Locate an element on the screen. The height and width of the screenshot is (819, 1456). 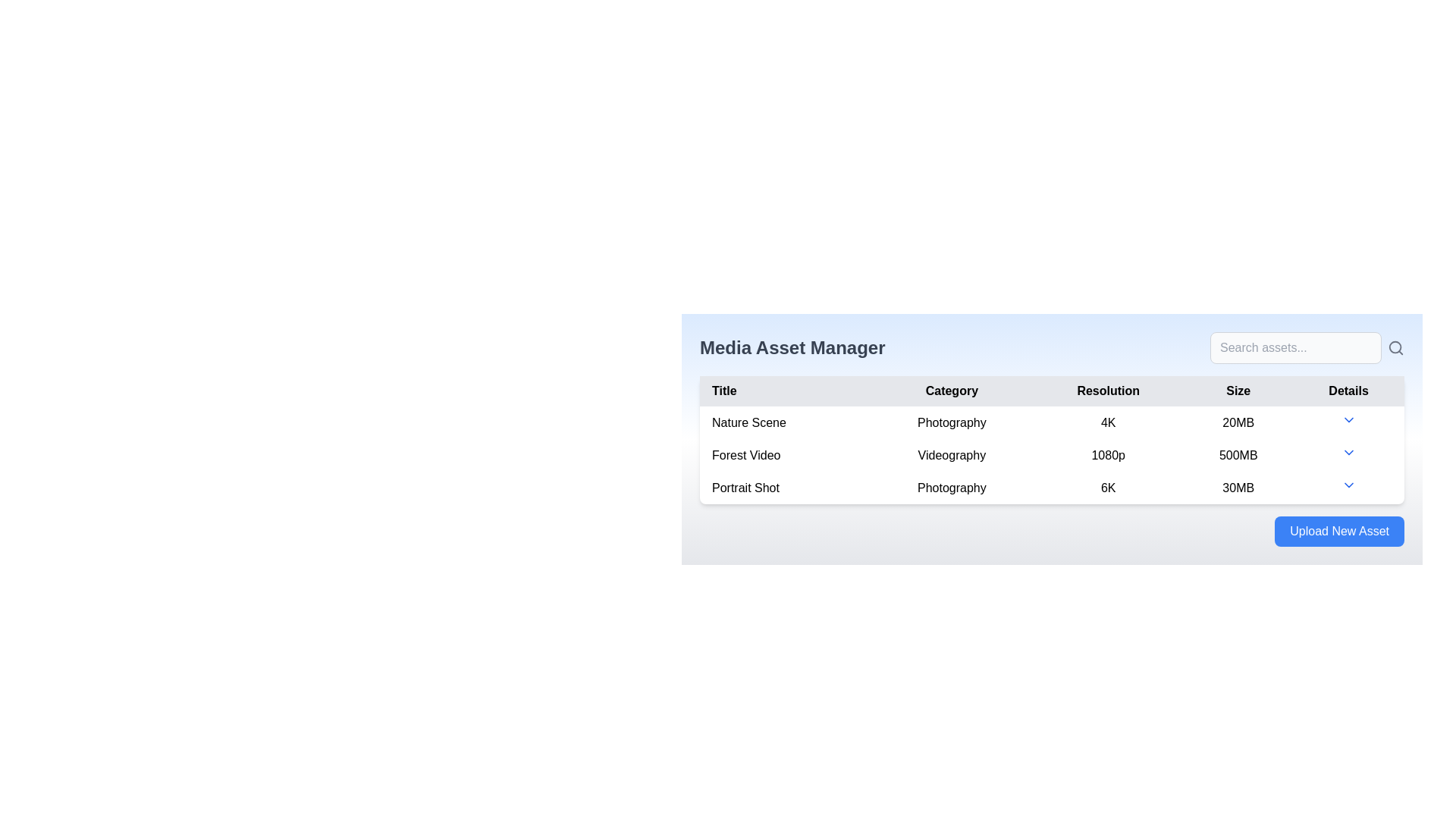
the 'Category' text label header, which indicates the contents of the column below it in the structured table layout is located at coordinates (951, 391).